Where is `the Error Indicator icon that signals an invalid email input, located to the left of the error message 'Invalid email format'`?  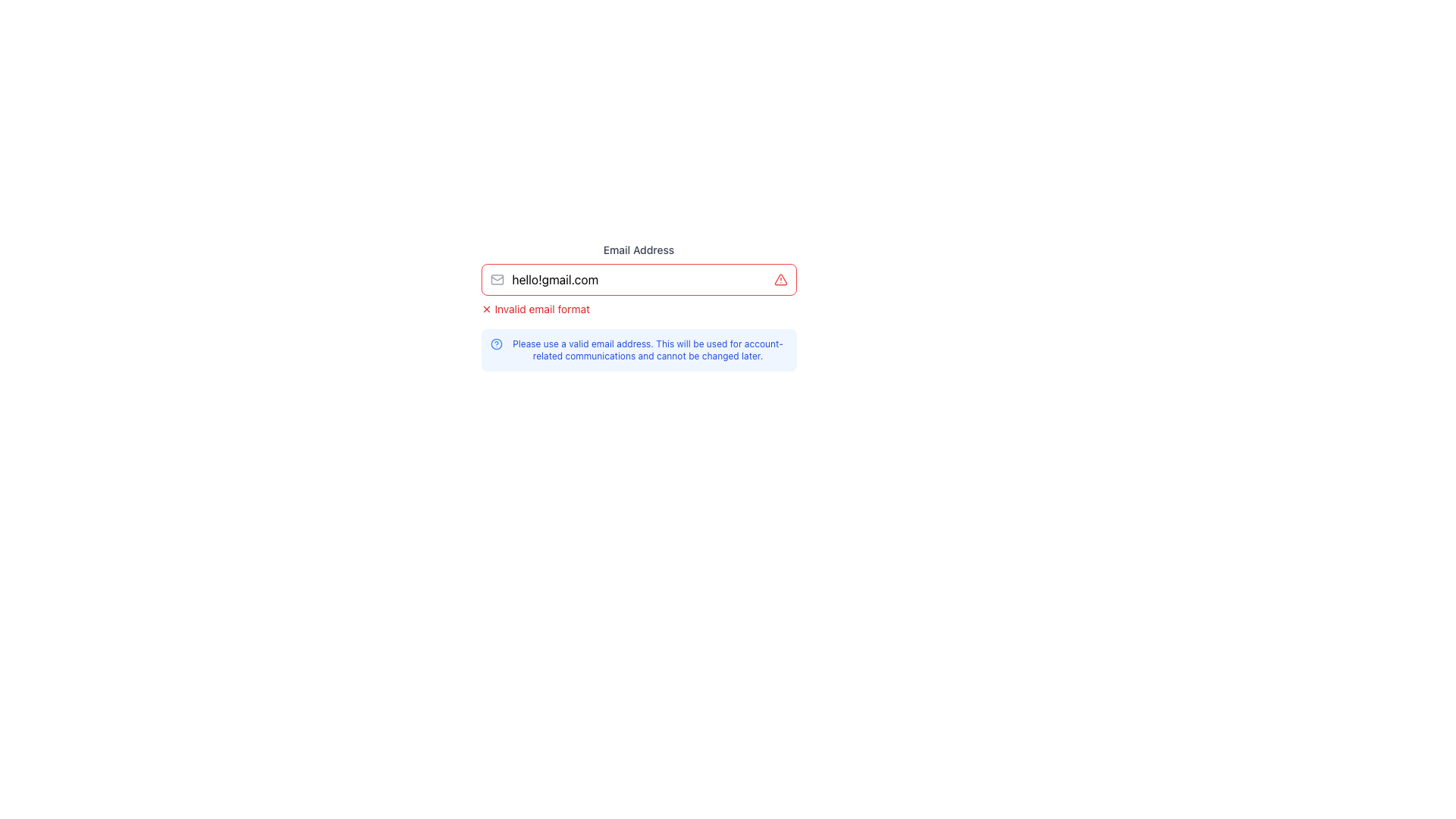
the Error Indicator icon that signals an invalid email input, located to the left of the error message 'Invalid email format' is located at coordinates (486, 309).